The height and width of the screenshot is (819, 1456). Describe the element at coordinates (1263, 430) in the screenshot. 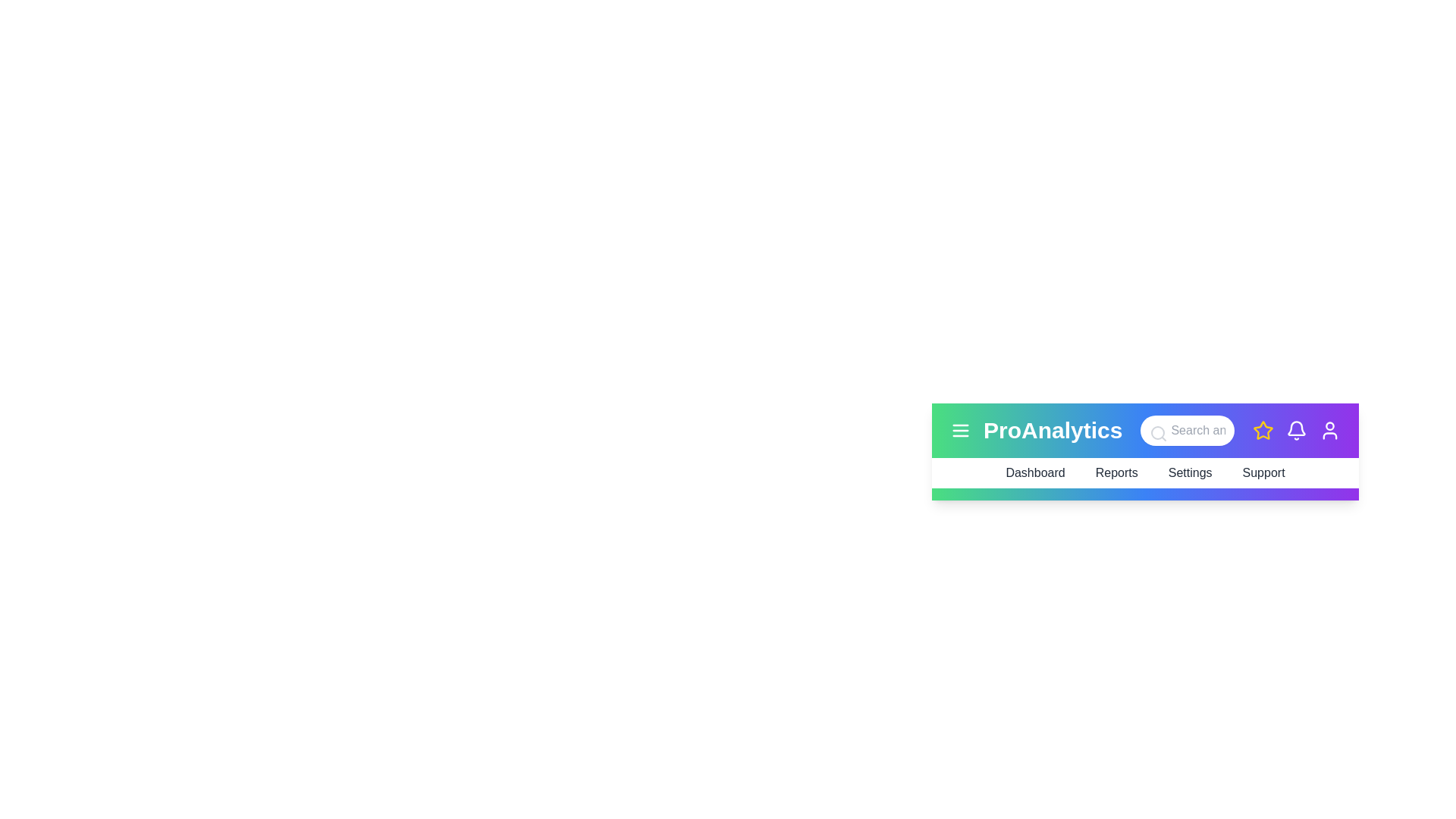

I see `the star icon to mark it as a favorite` at that location.